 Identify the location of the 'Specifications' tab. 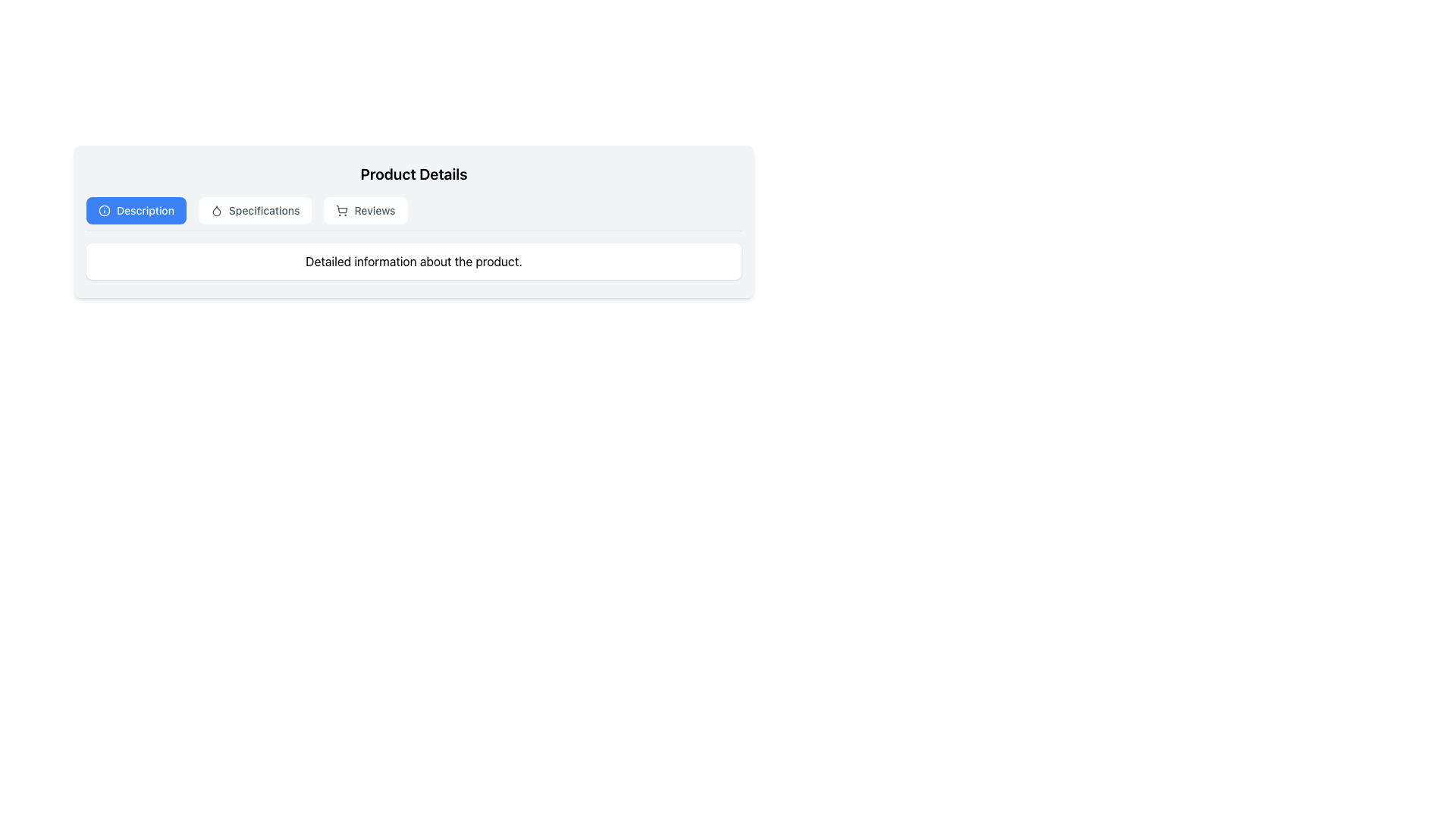
(255, 210).